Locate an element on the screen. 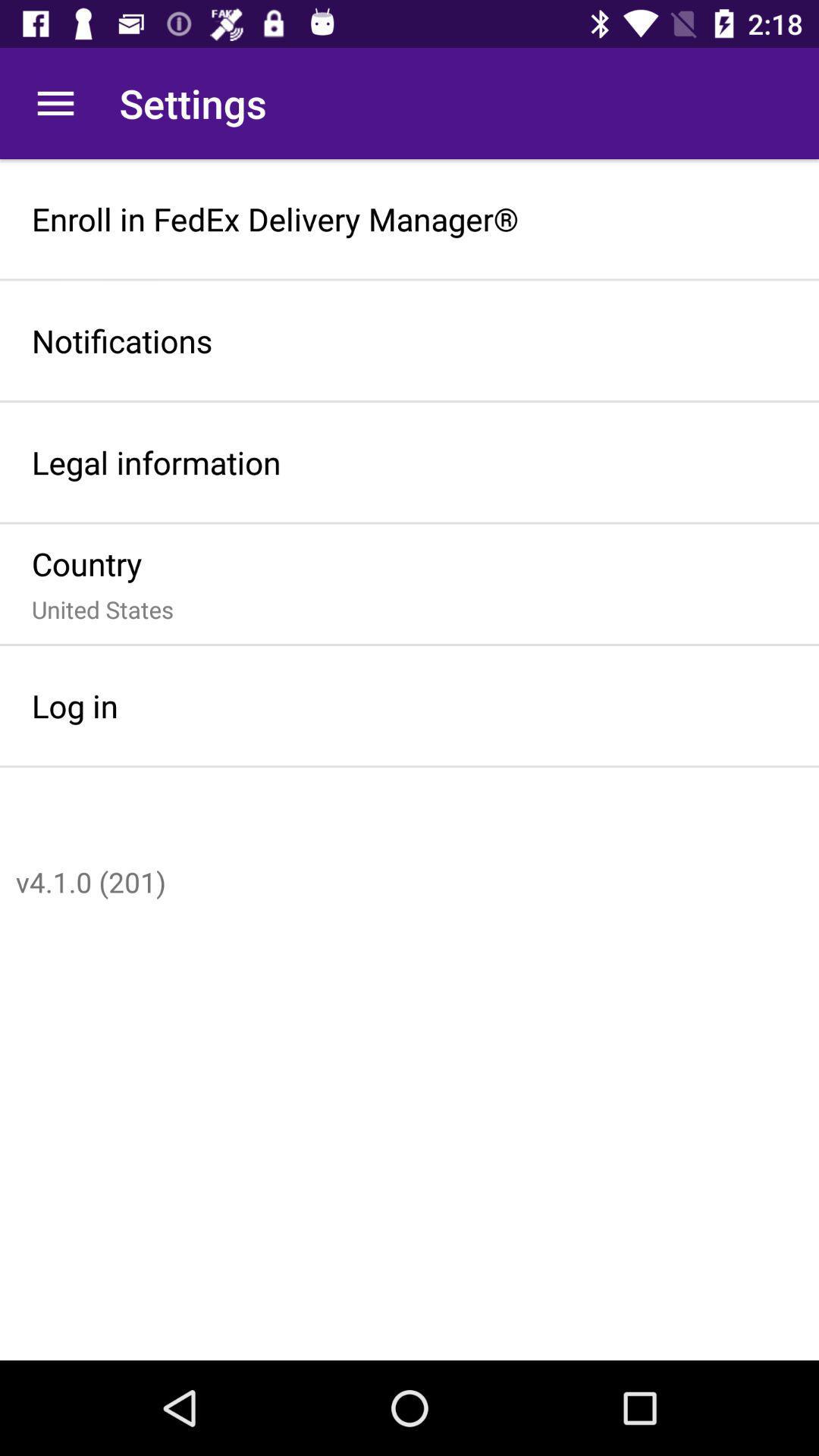 The height and width of the screenshot is (1456, 819). the app next to the settings is located at coordinates (55, 102).